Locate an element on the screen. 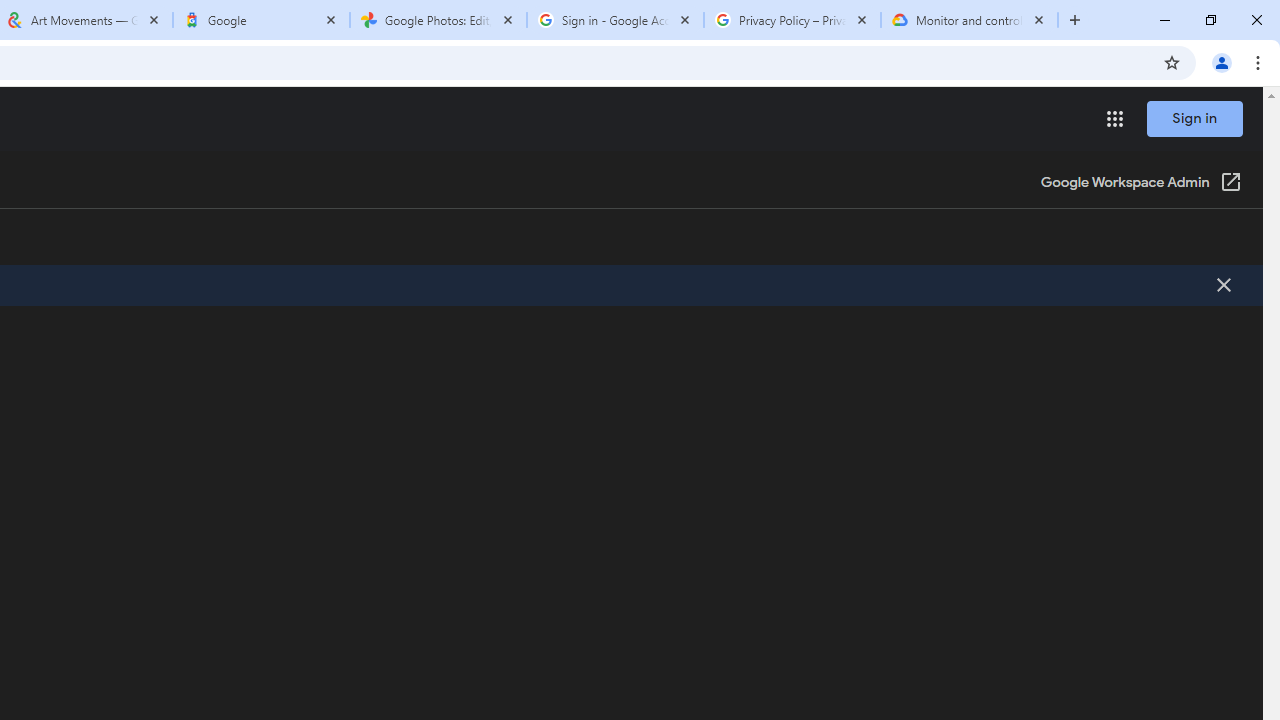 The height and width of the screenshot is (720, 1280). 'Sign in - Google Accounts' is located at coordinates (614, 20).